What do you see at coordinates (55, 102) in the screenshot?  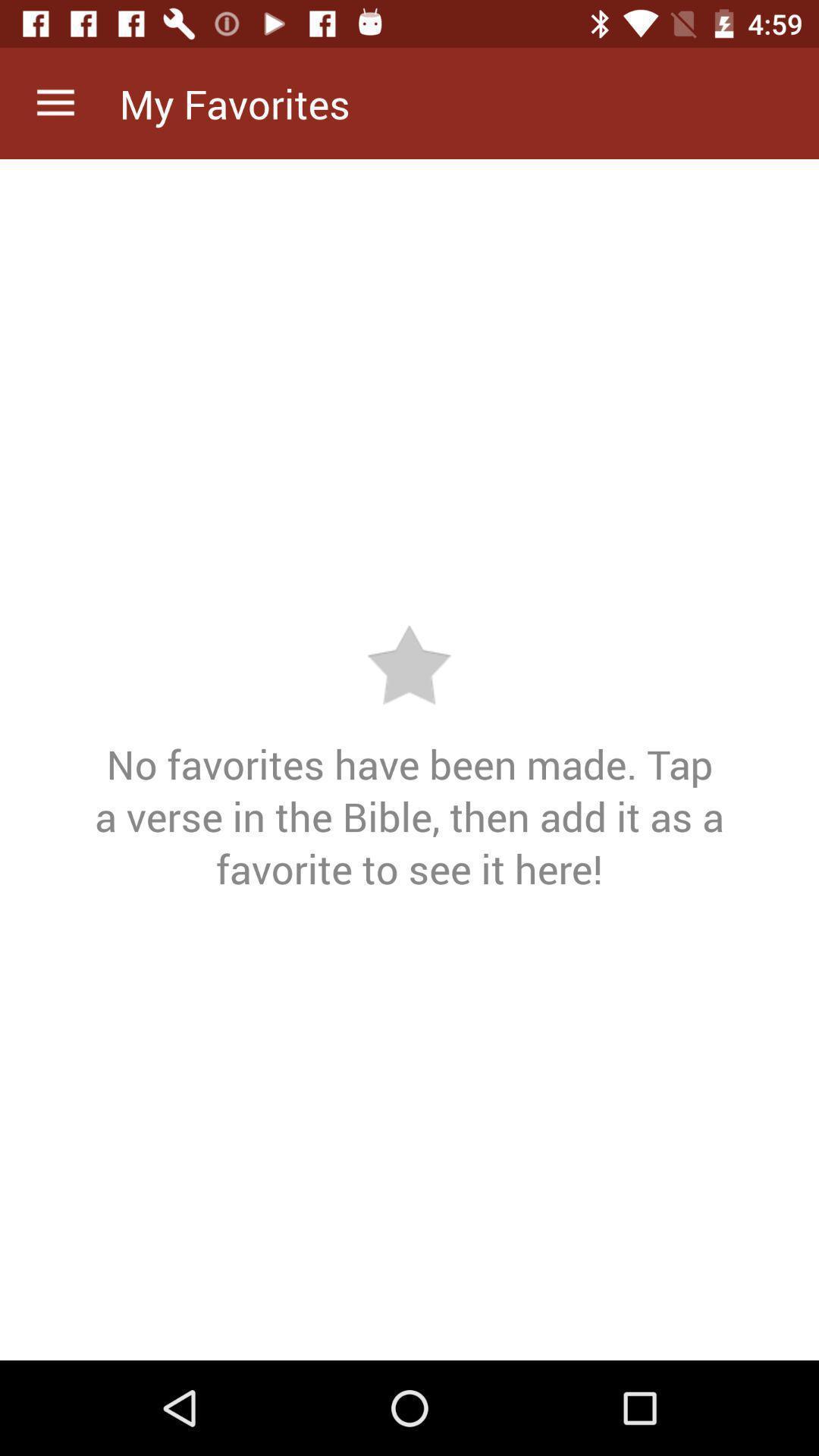 I see `item to the left of the my favorites item` at bounding box center [55, 102].